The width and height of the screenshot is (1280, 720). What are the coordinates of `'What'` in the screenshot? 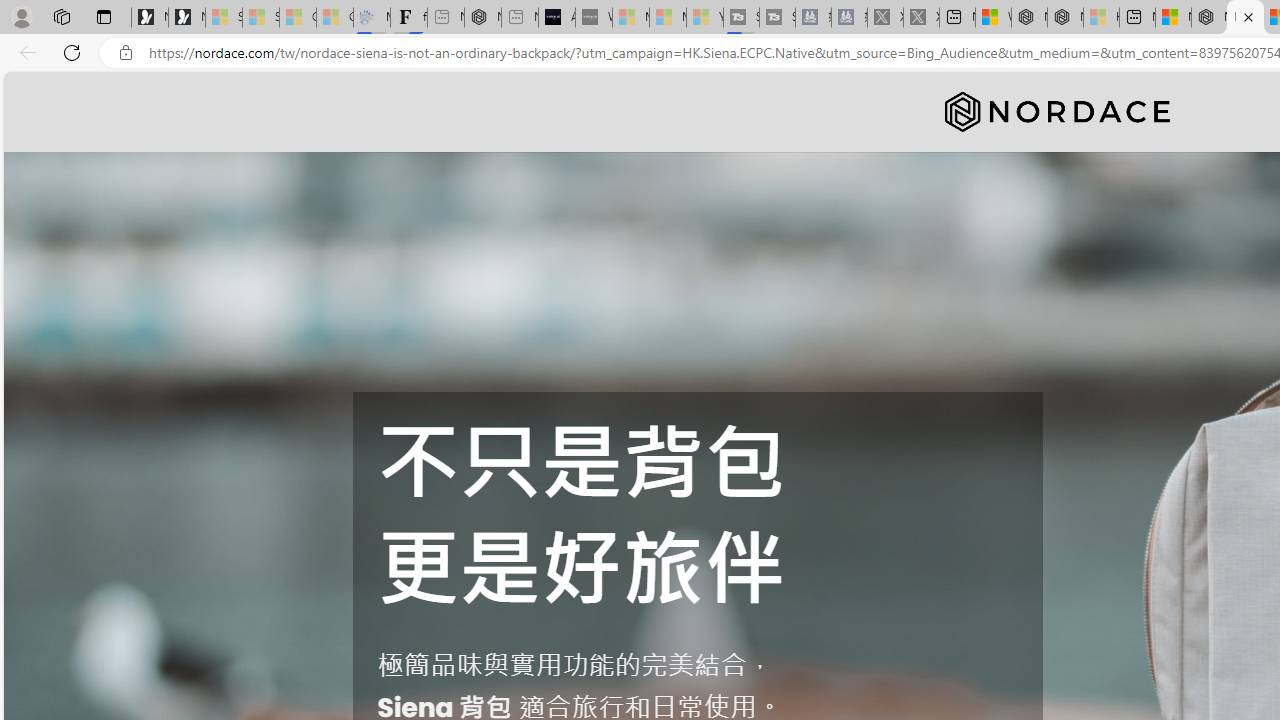 It's located at (592, 17).